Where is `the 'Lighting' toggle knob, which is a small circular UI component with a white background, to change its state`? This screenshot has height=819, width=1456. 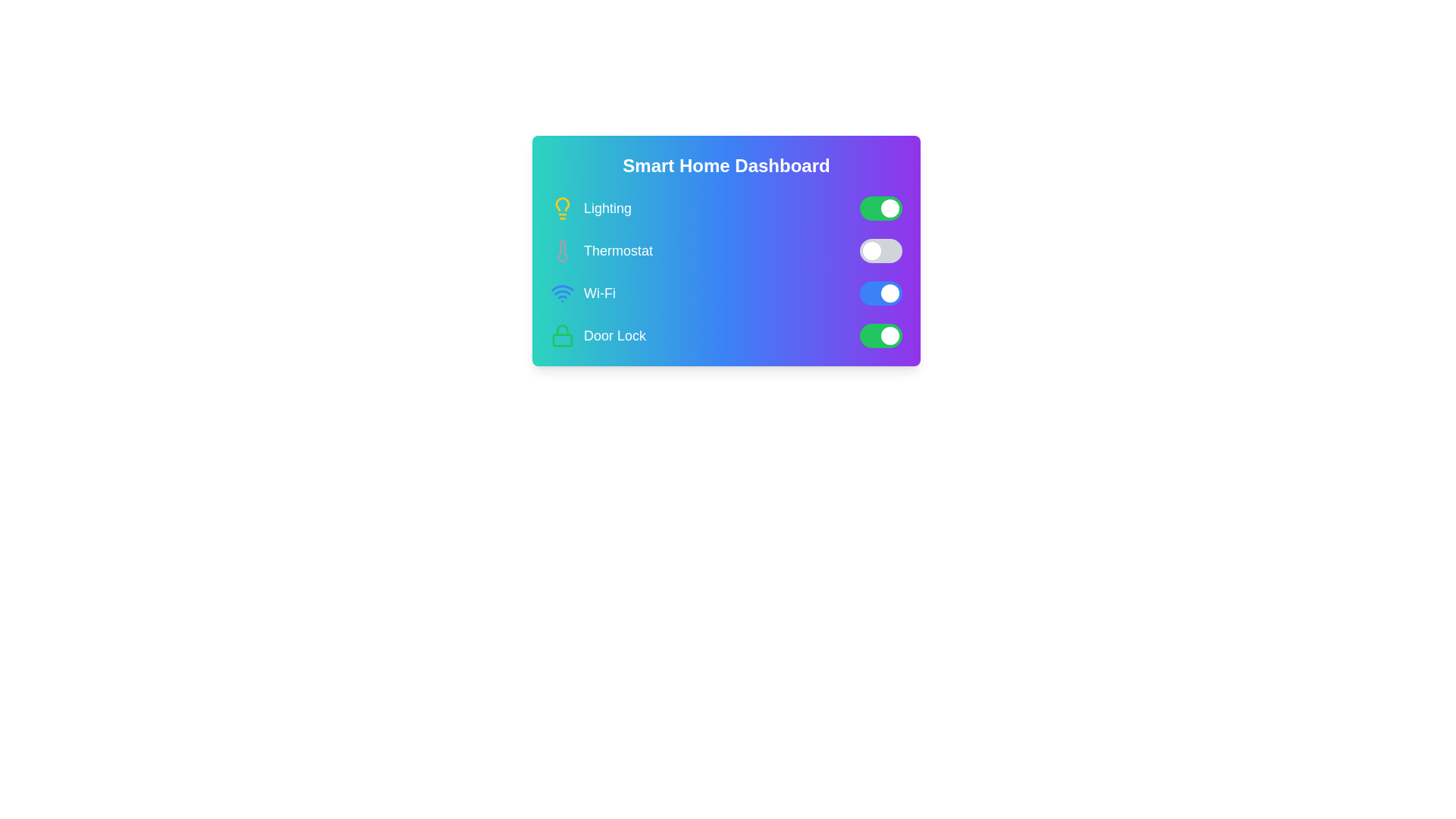
the 'Lighting' toggle knob, which is a small circular UI component with a white background, to change its state is located at coordinates (890, 208).